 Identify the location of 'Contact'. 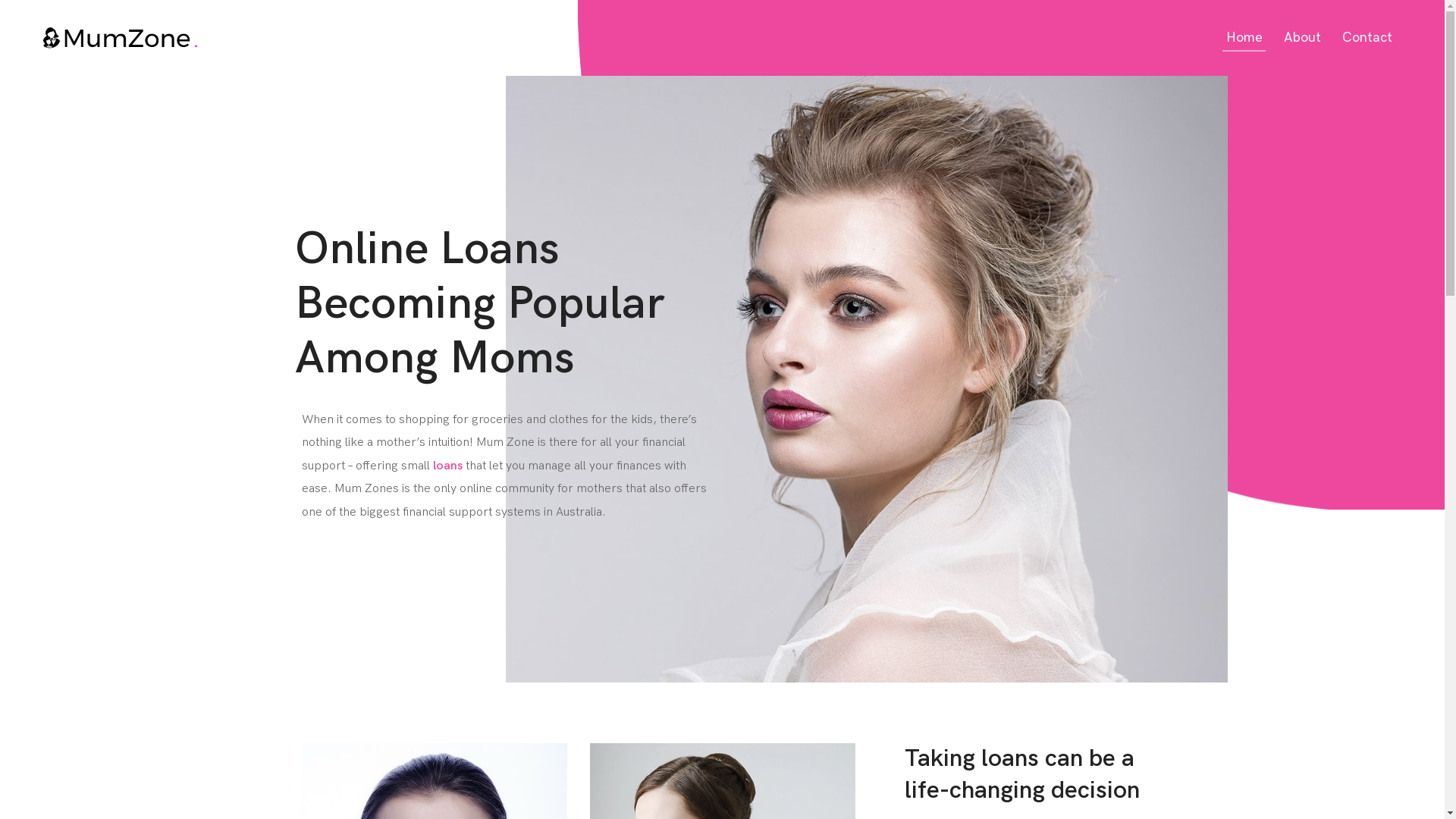
(1367, 36).